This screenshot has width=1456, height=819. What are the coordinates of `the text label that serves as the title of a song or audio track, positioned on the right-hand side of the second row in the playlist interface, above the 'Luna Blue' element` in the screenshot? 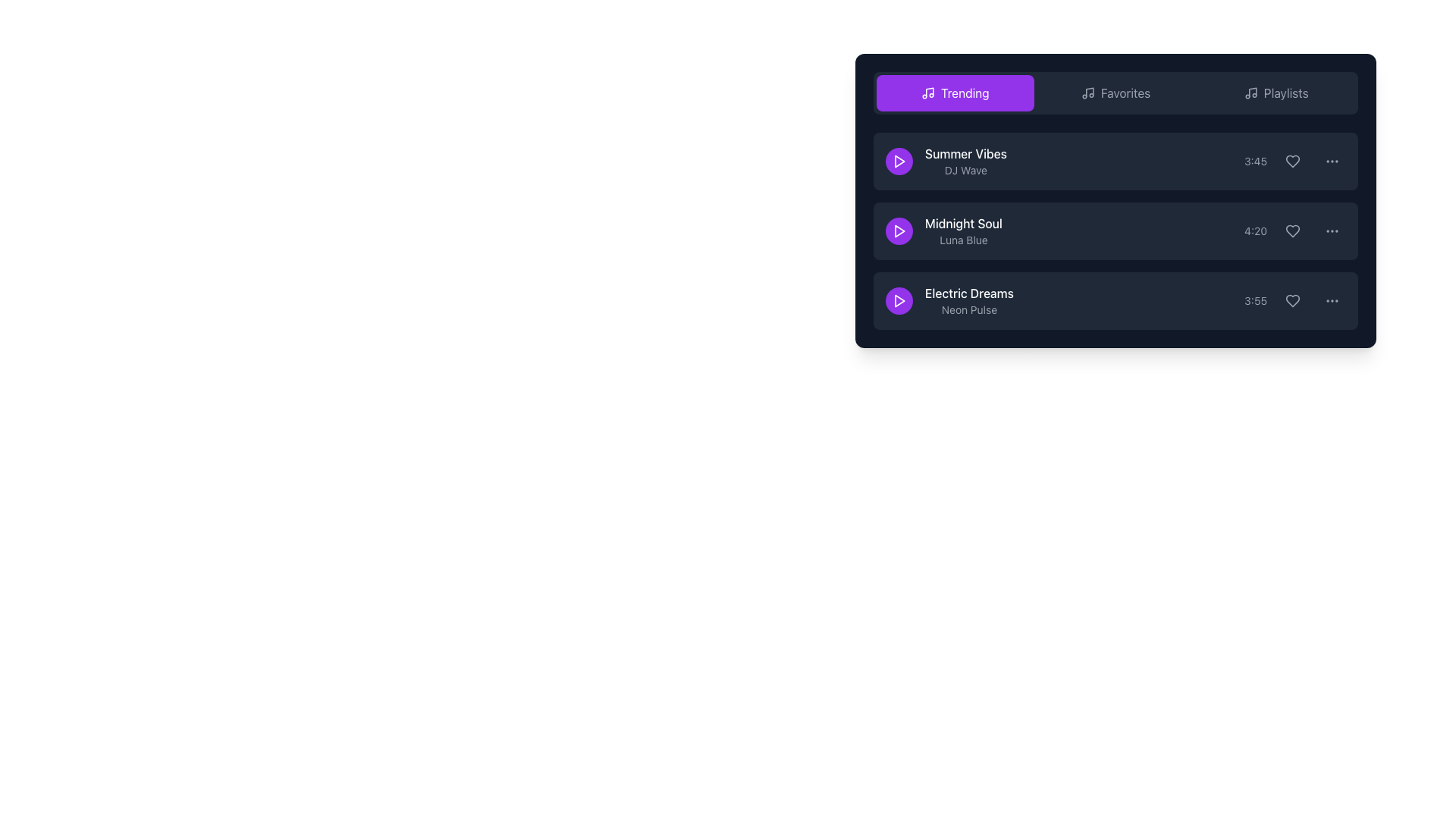 It's located at (963, 223).